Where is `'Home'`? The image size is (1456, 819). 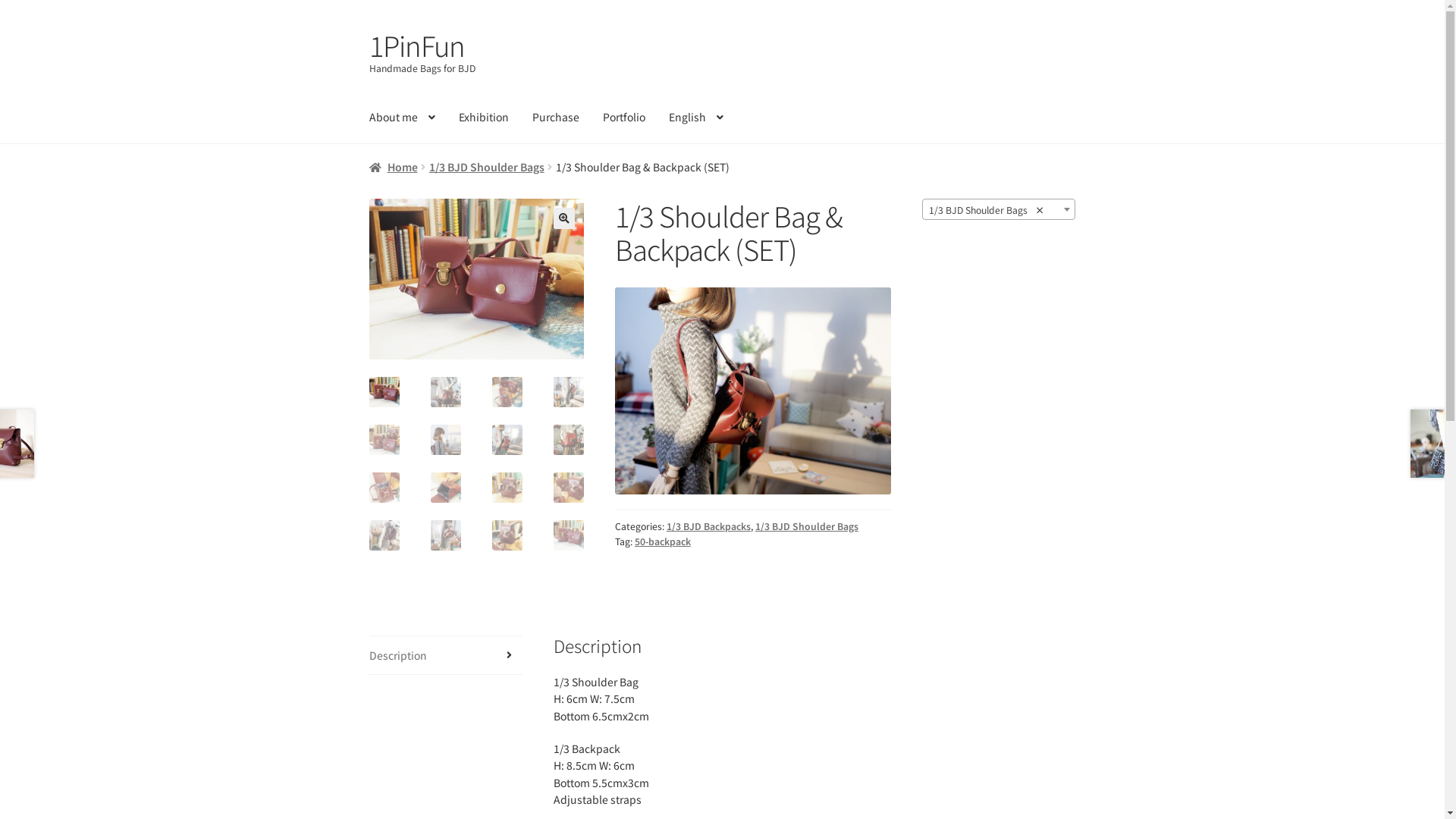 'Home' is located at coordinates (369, 166).